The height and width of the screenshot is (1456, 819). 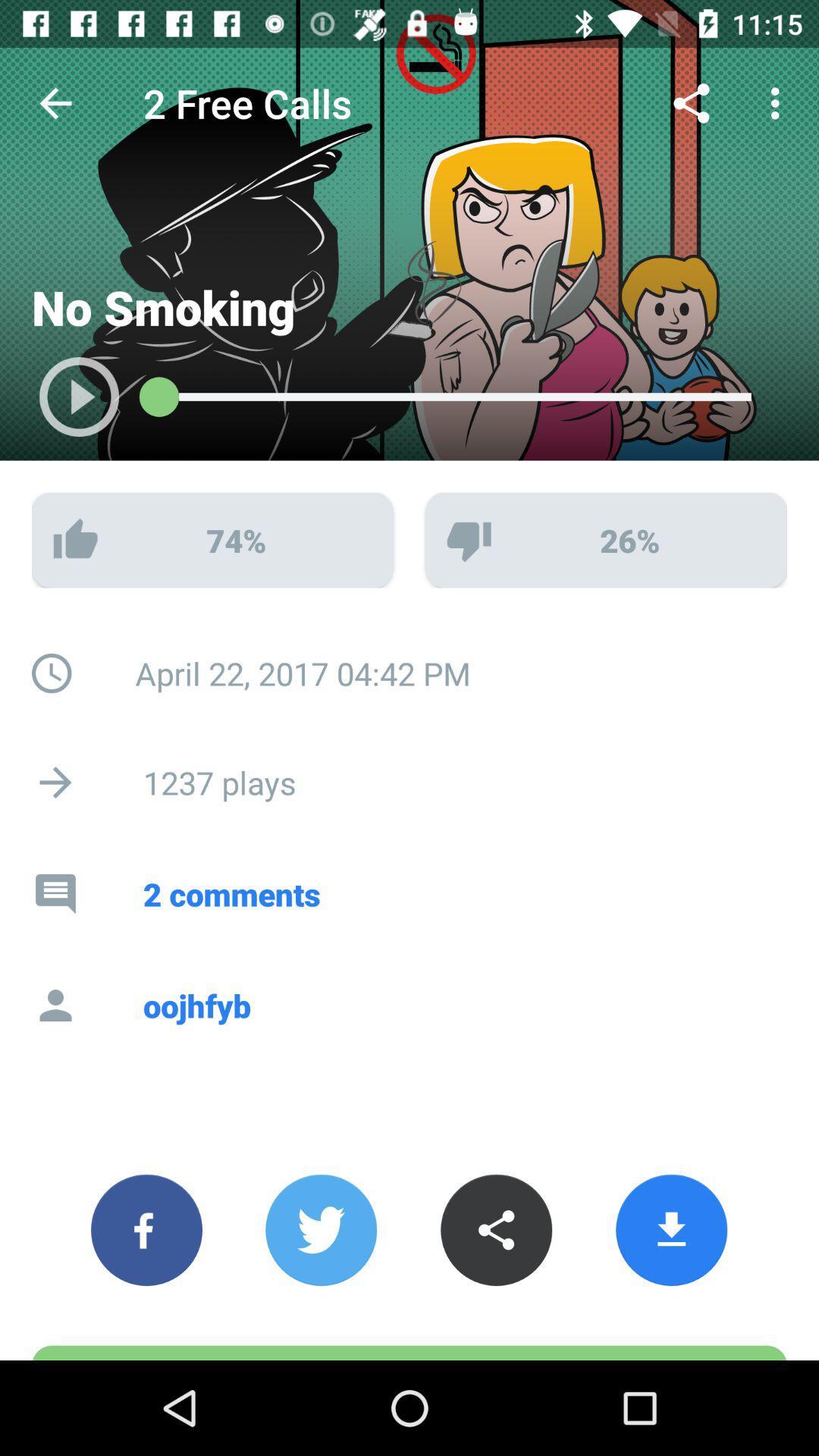 What do you see at coordinates (779, 103) in the screenshot?
I see `the 3 vertical dots at the top right corner of the page` at bounding box center [779, 103].